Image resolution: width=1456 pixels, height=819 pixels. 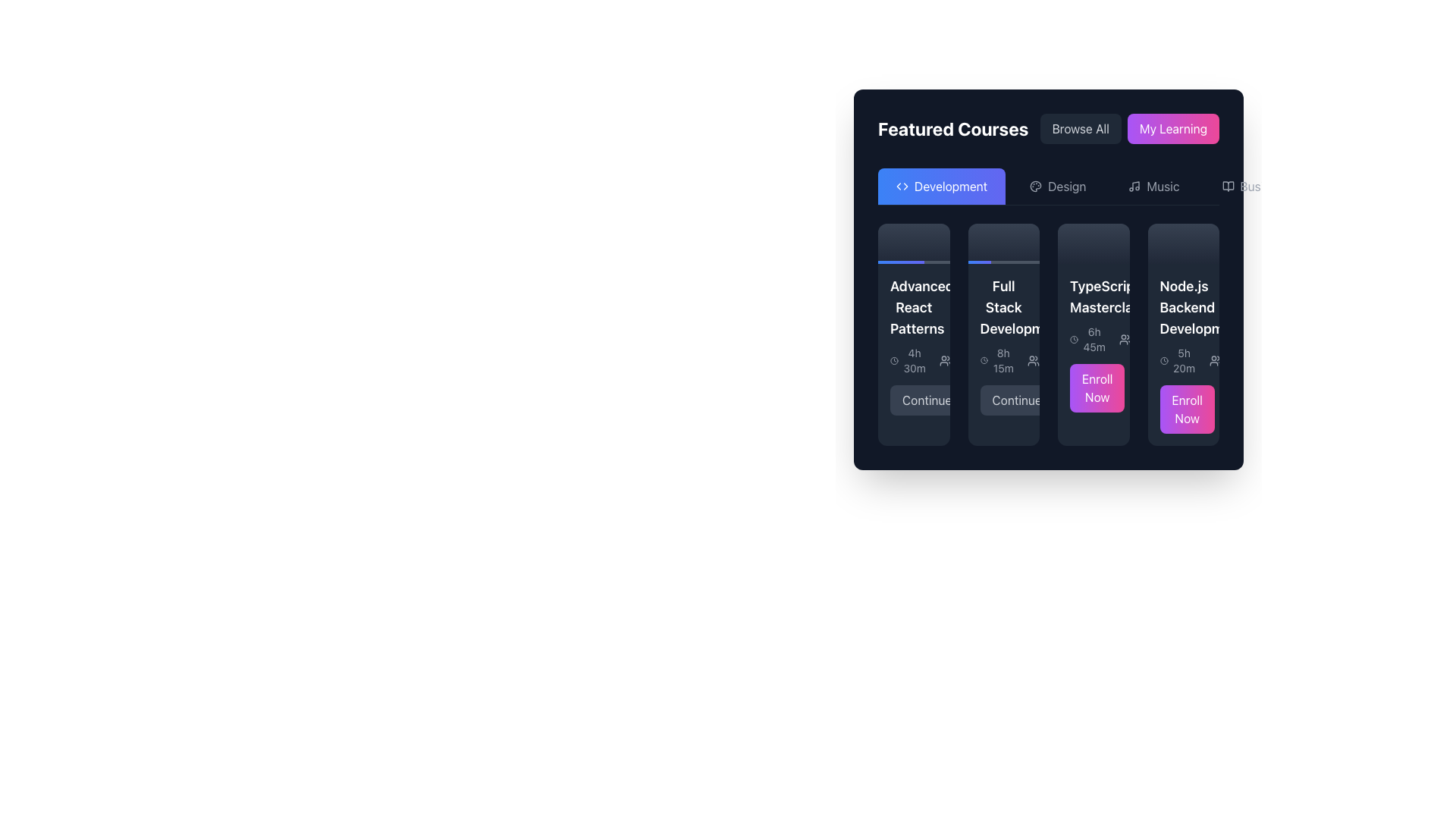 I want to click on the palette icon in the 'Design' tab of the central navigation bar, which is to the right of the 'Development' tab, so click(x=1035, y=186).